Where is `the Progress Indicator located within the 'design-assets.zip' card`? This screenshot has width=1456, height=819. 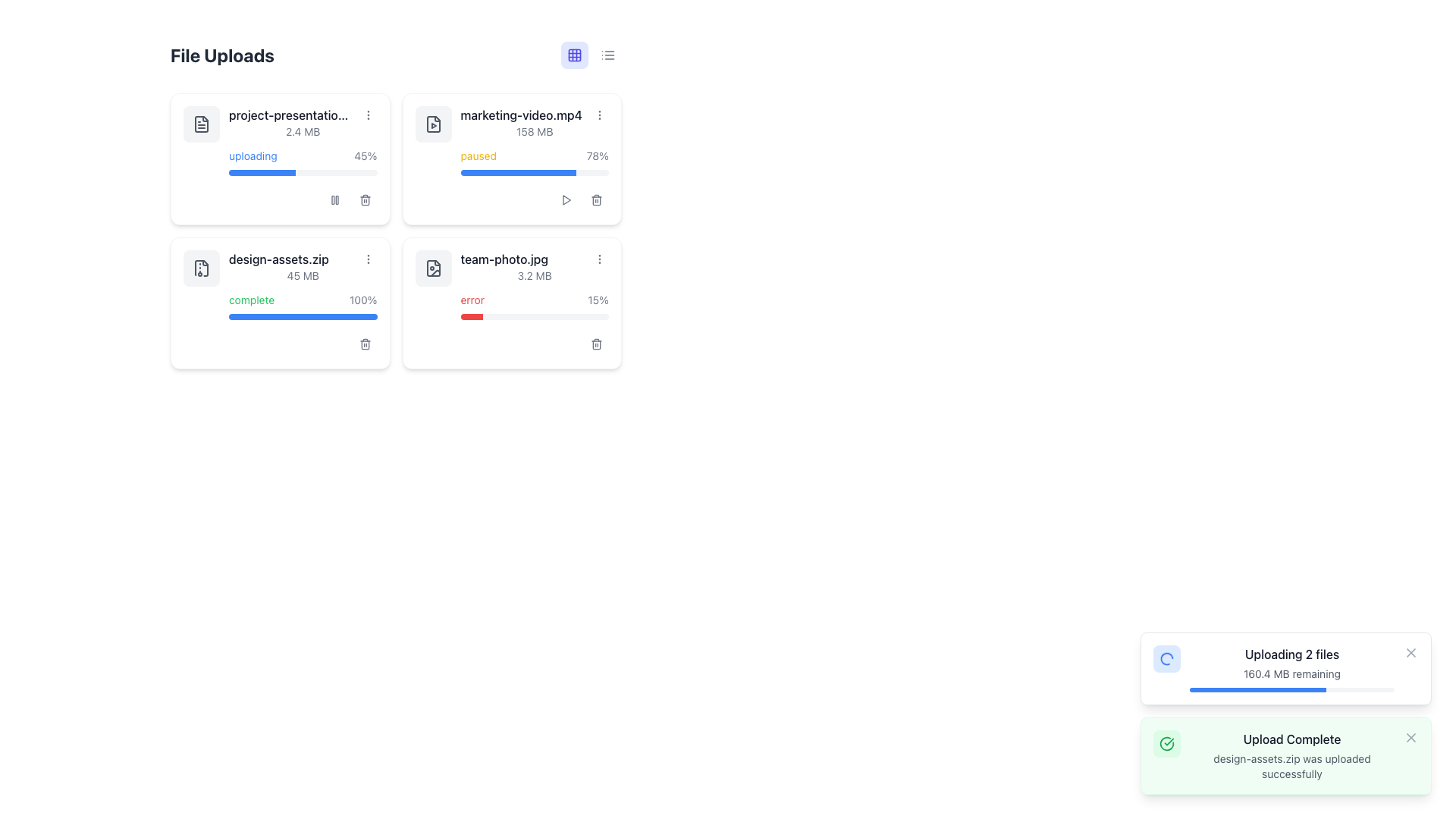 the Progress Indicator located within the 'design-assets.zip' card is located at coordinates (303, 306).